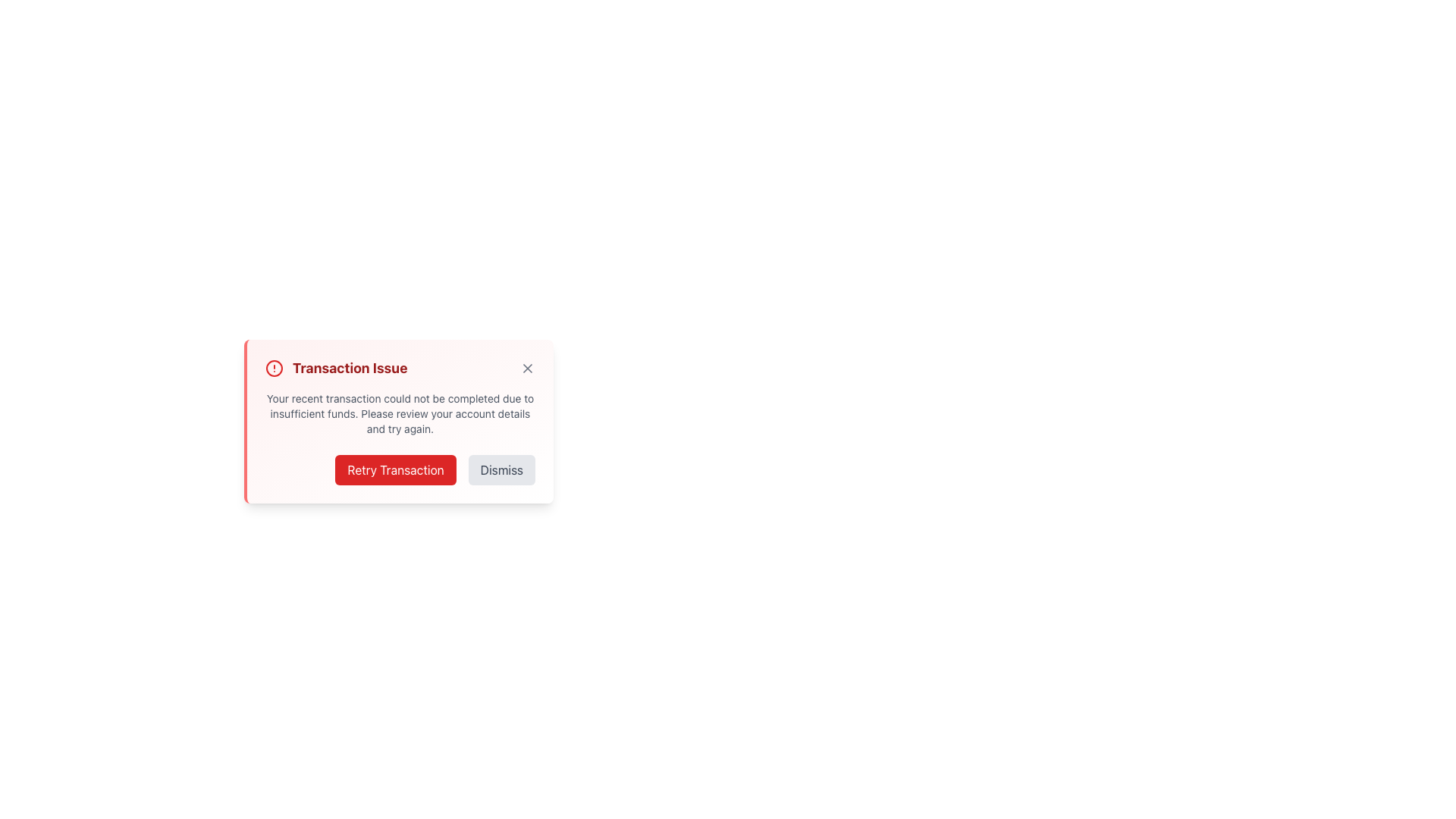 The height and width of the screenshot is (819, 1456). What do you see at coordinates (396, 469) in the screenshot?
I see `the retry transaction button located at the bottom-right of the modal window` at bounding box center [396, 469].